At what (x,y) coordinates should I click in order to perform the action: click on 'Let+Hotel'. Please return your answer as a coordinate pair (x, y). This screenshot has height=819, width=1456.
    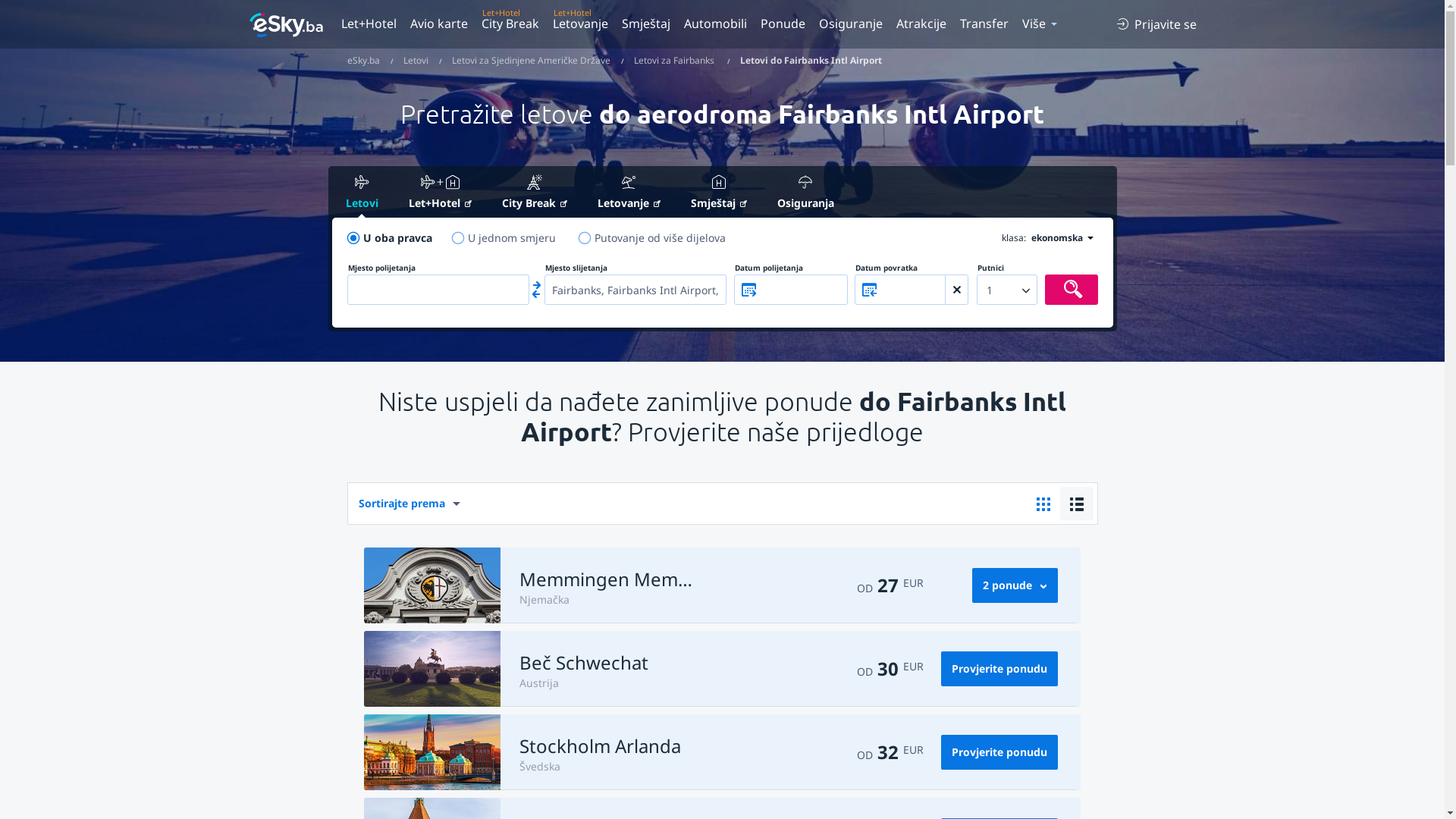
    Looking at the image, I should click on (371, 23).